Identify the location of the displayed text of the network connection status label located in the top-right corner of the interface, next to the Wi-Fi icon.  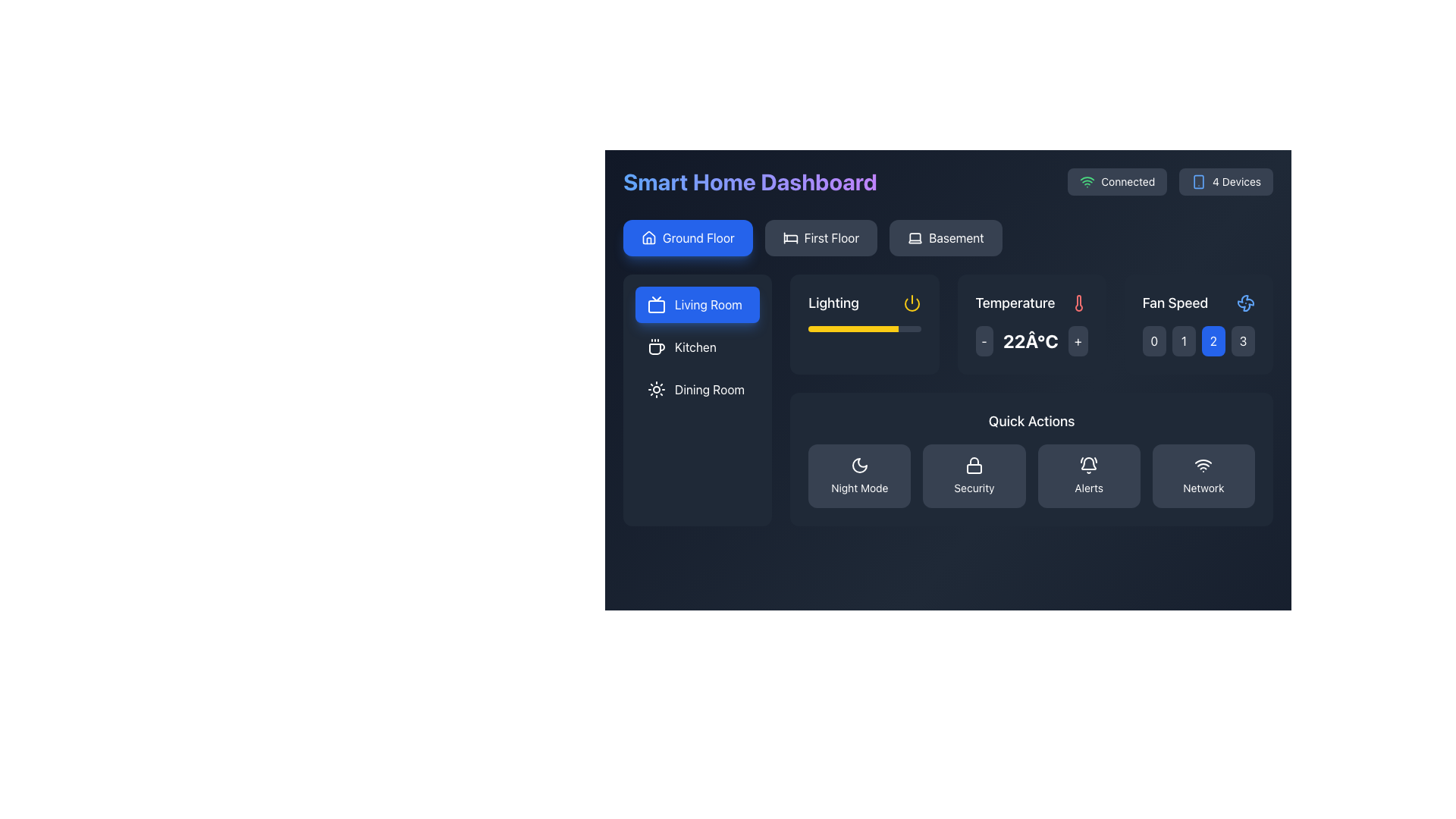
(1128, 180).